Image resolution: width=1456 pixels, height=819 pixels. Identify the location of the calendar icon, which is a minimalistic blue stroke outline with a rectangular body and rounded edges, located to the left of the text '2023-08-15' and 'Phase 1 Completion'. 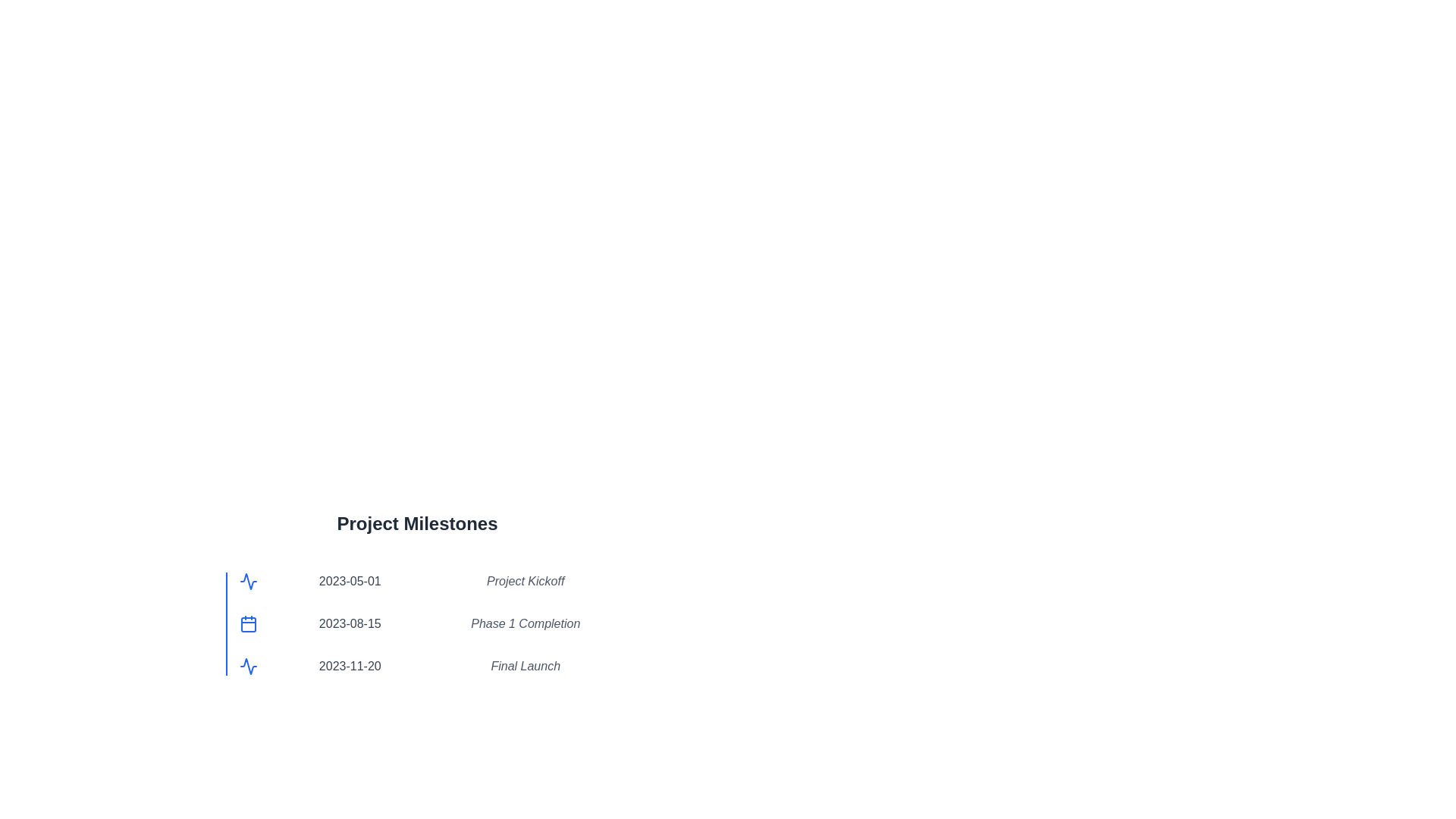
(248, 623).